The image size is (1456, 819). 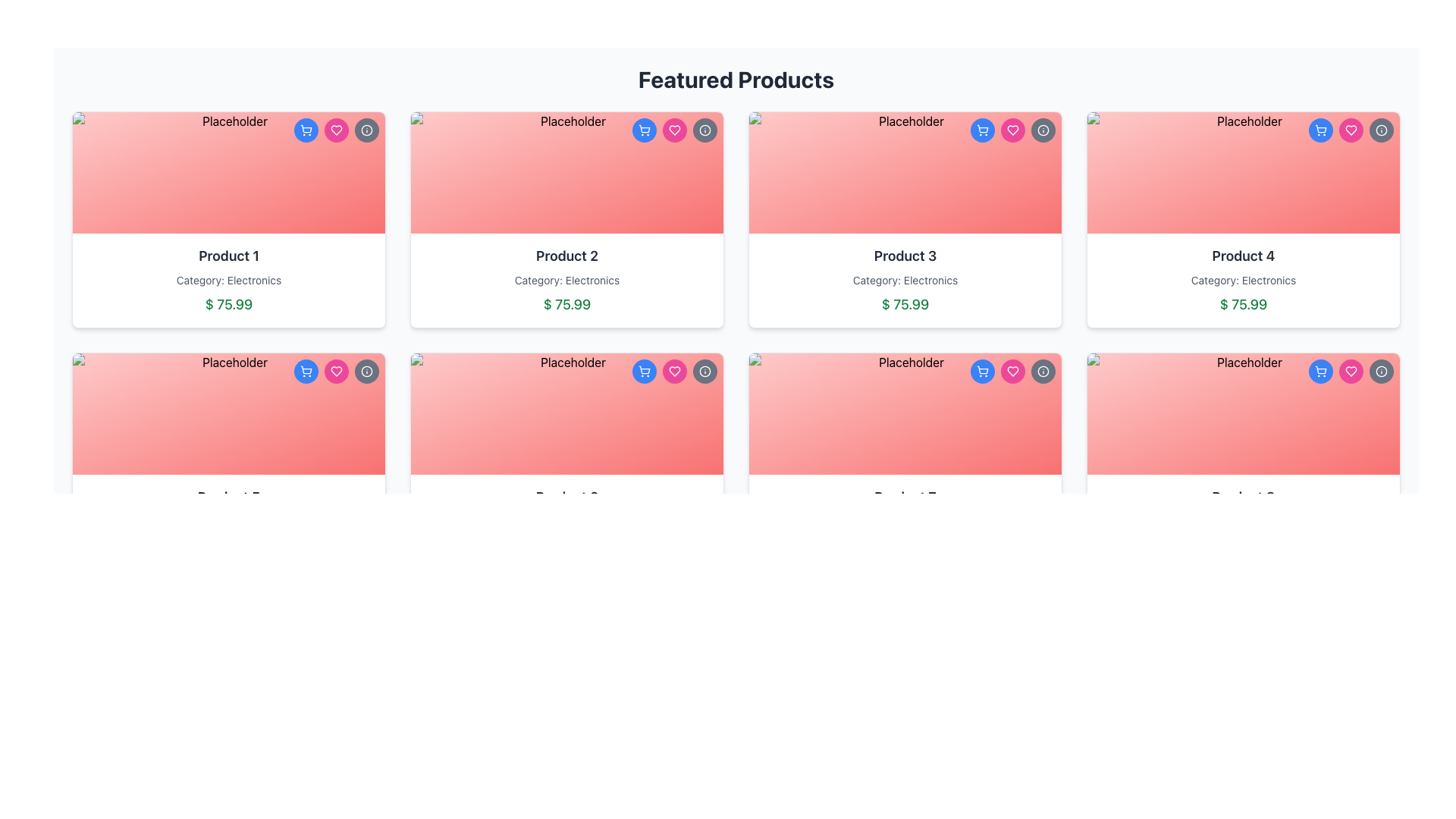 I want to click on the heart icon filled with bright pink color located in the upper-right corner of the third product card, so click(x=1012, y=130).